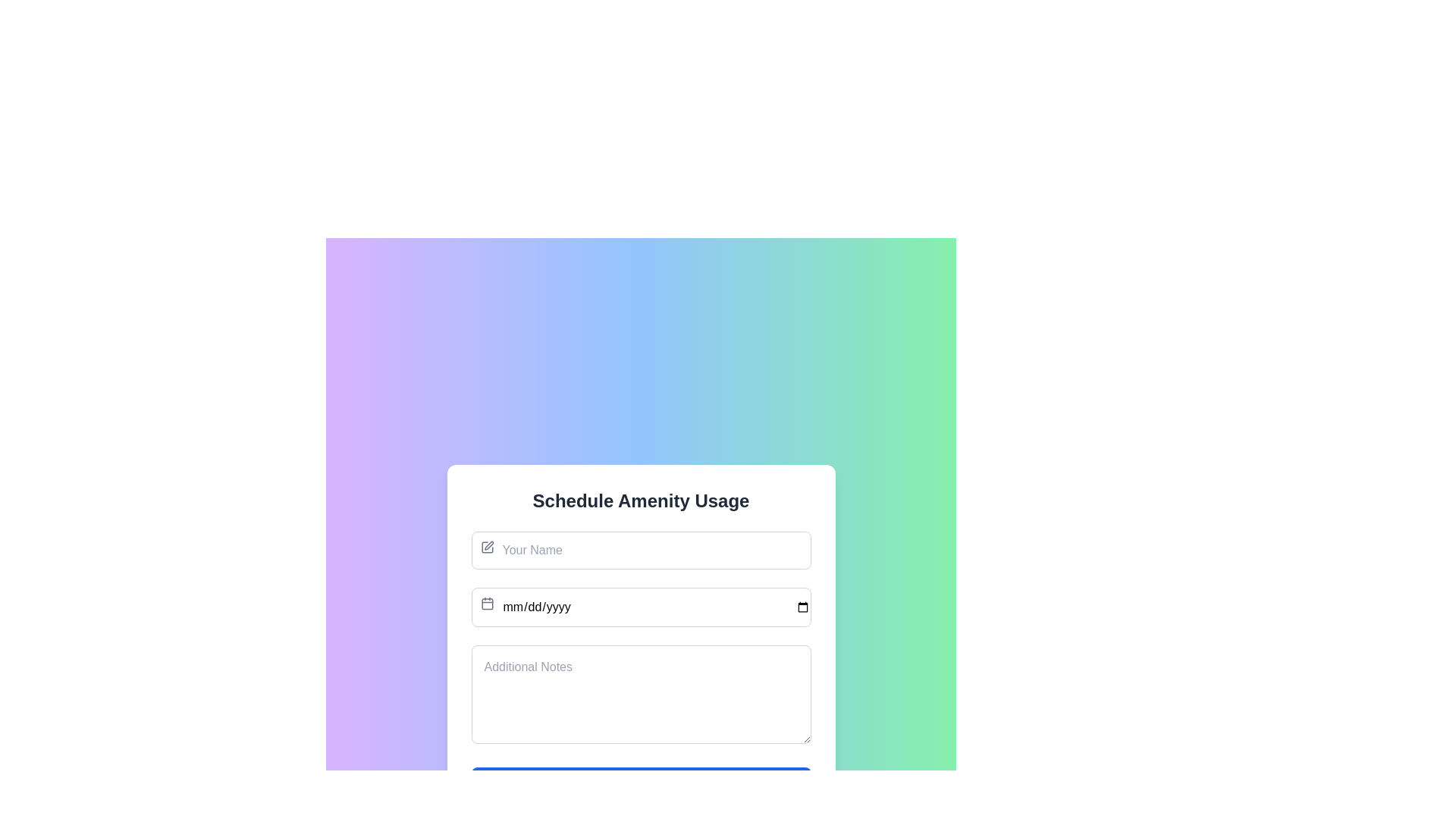  I want to click on the small square-shaped icon located at the top-left corner of the 'Your Name' input field, which has a transparent center and a themed border, so click(487, 547).